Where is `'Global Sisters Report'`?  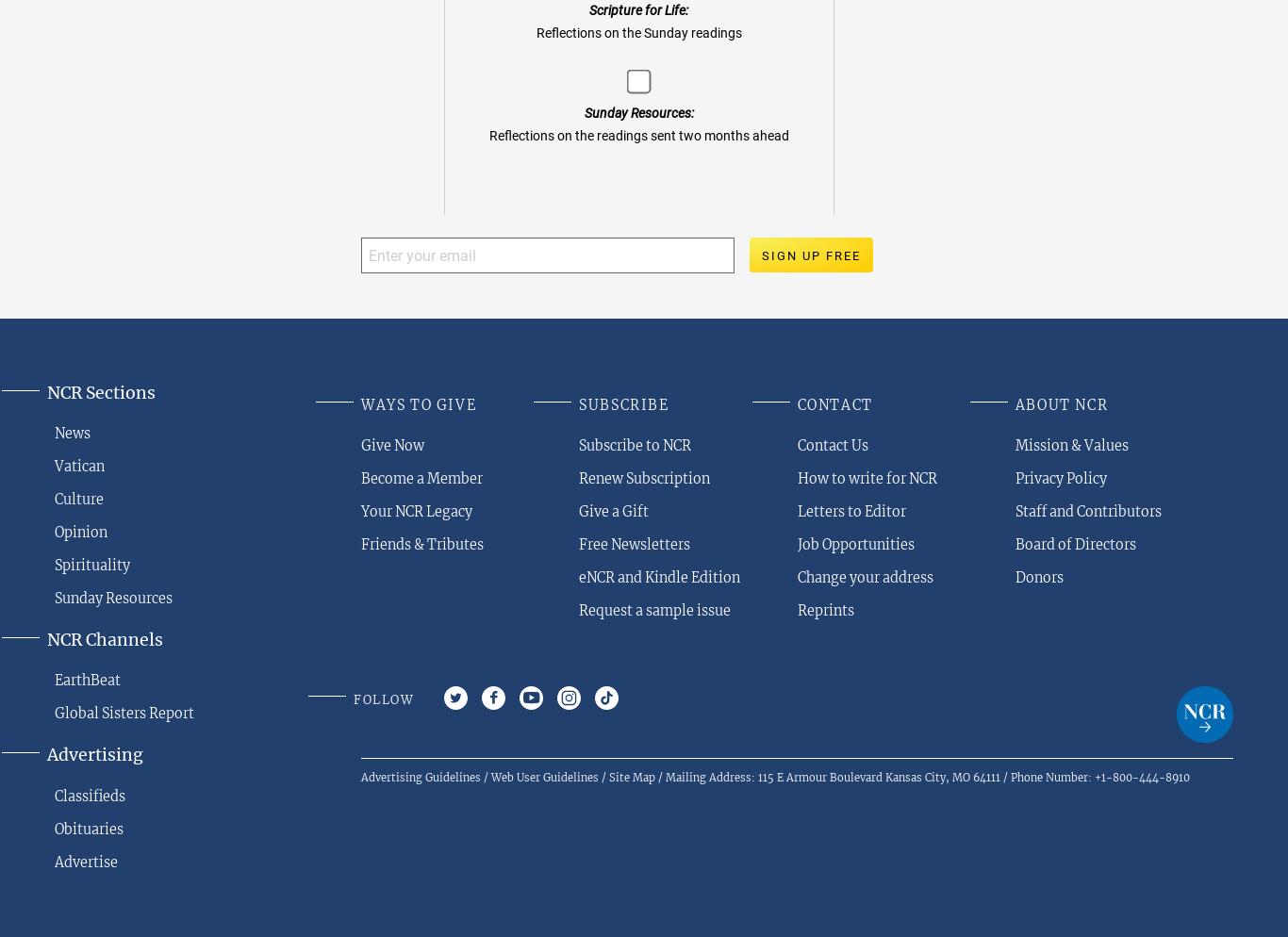 'Global Sisters Report' is located at coordinates (123, 713).